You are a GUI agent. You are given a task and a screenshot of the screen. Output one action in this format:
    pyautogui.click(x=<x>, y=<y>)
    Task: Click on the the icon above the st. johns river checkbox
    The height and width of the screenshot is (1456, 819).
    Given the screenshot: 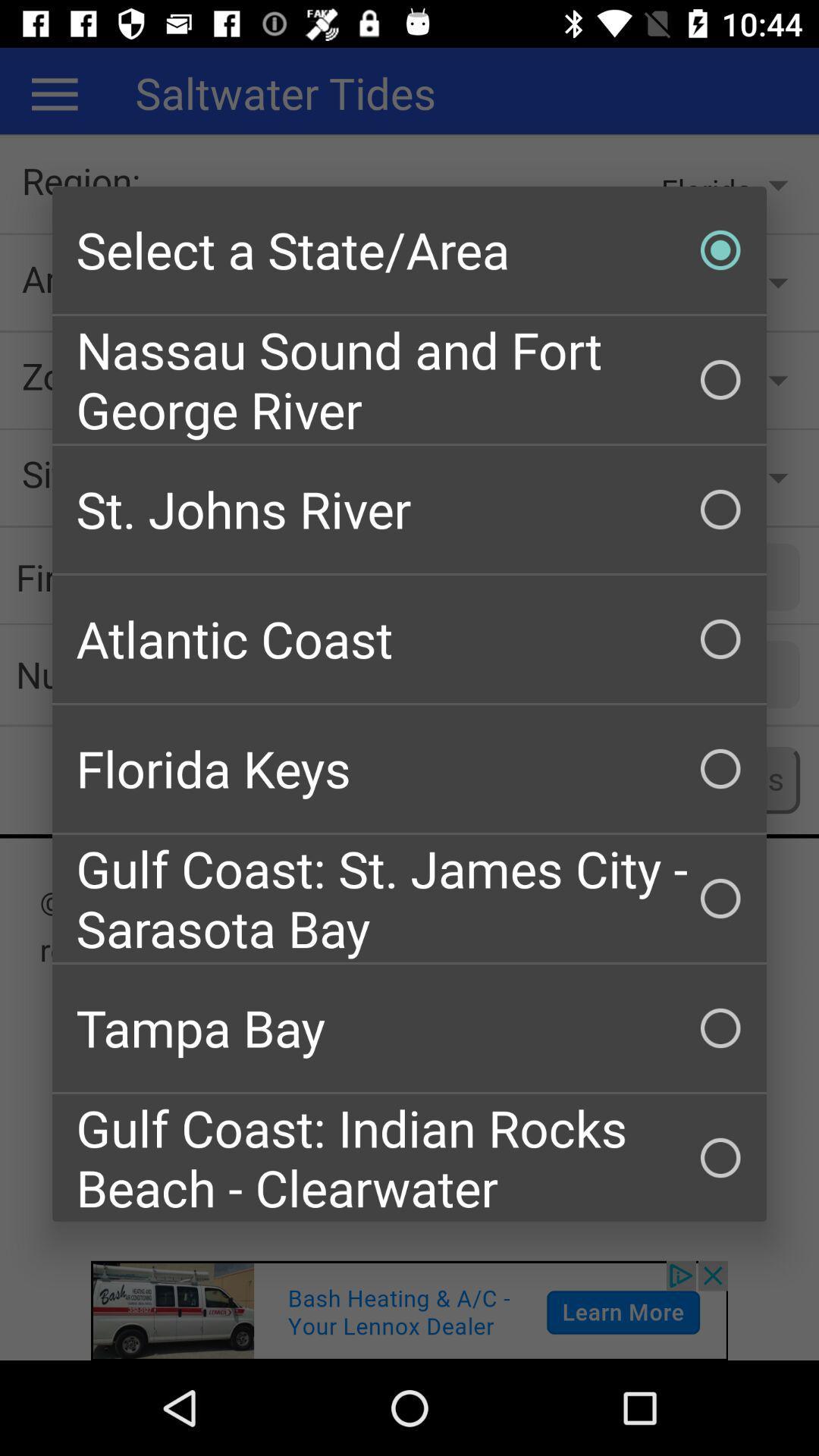 What is the action you would take?
    pyautogui.click(x=409, y=379)
    